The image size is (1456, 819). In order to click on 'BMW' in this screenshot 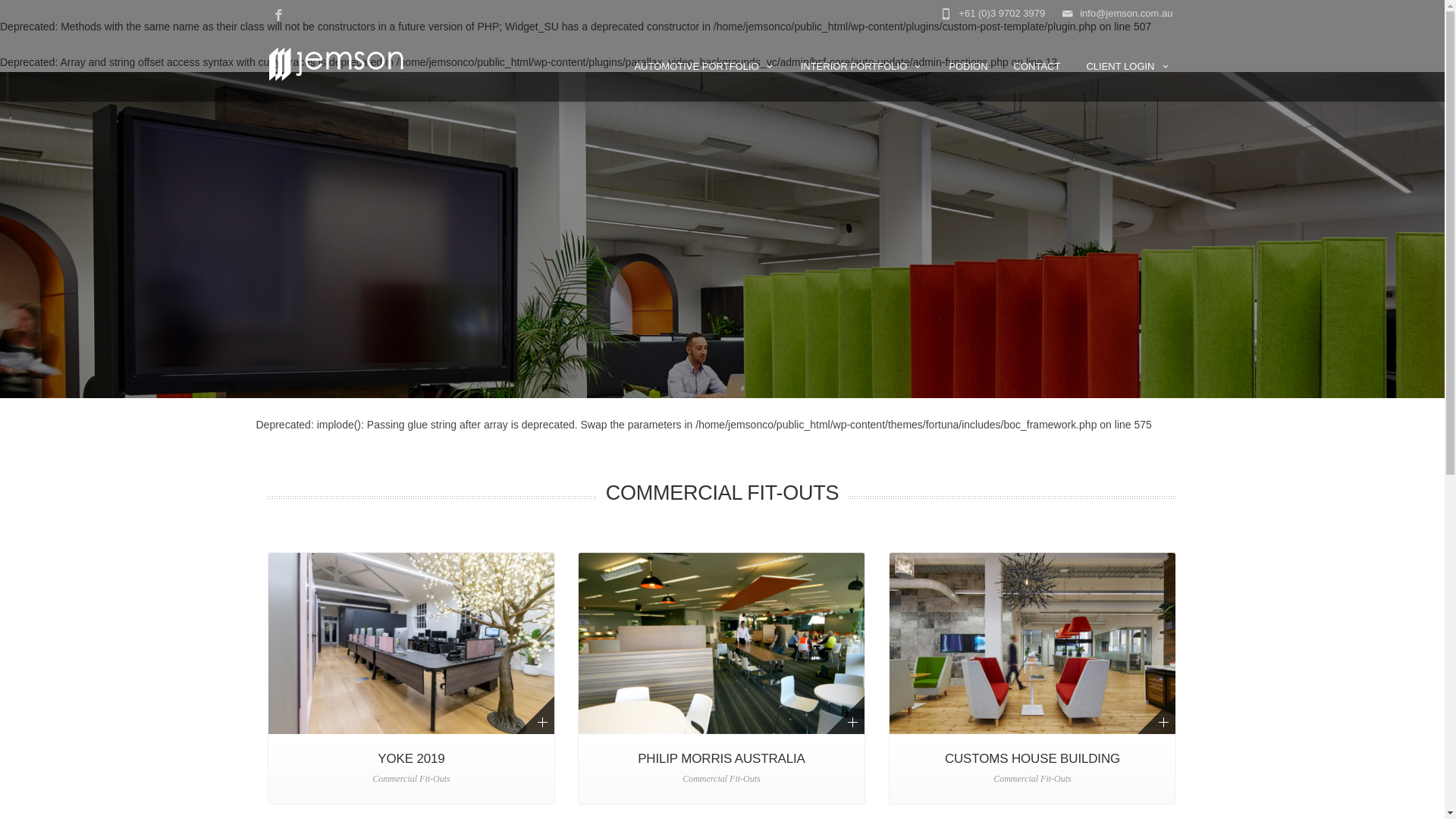, I will do `click(622, 674)`.